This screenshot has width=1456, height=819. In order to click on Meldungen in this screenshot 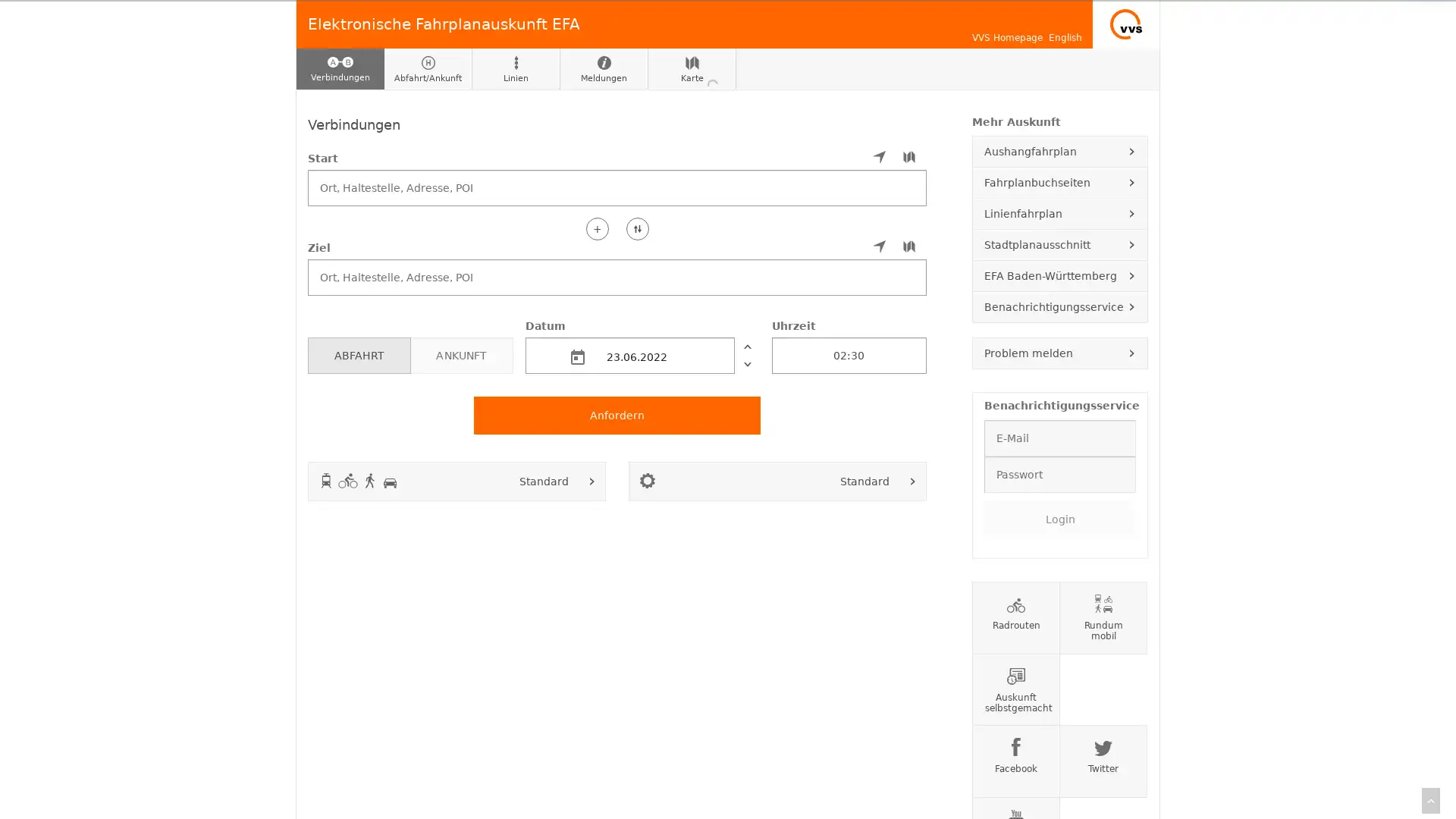, I will do `click(603, 69)`.